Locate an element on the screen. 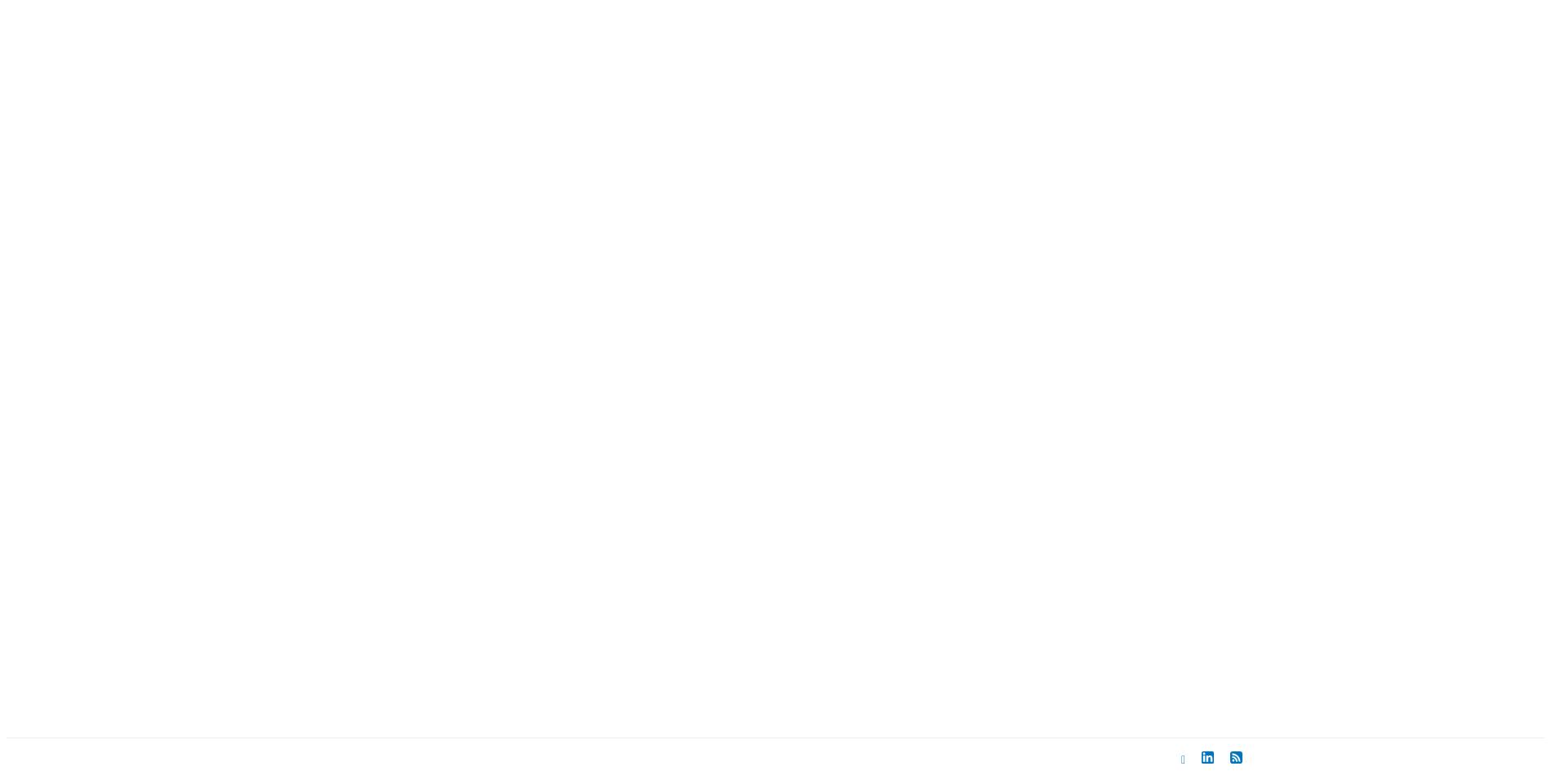 Image resolution: width=1551 pixels, height=784 pixels. '2005' is located at coordinates (1014, 472).